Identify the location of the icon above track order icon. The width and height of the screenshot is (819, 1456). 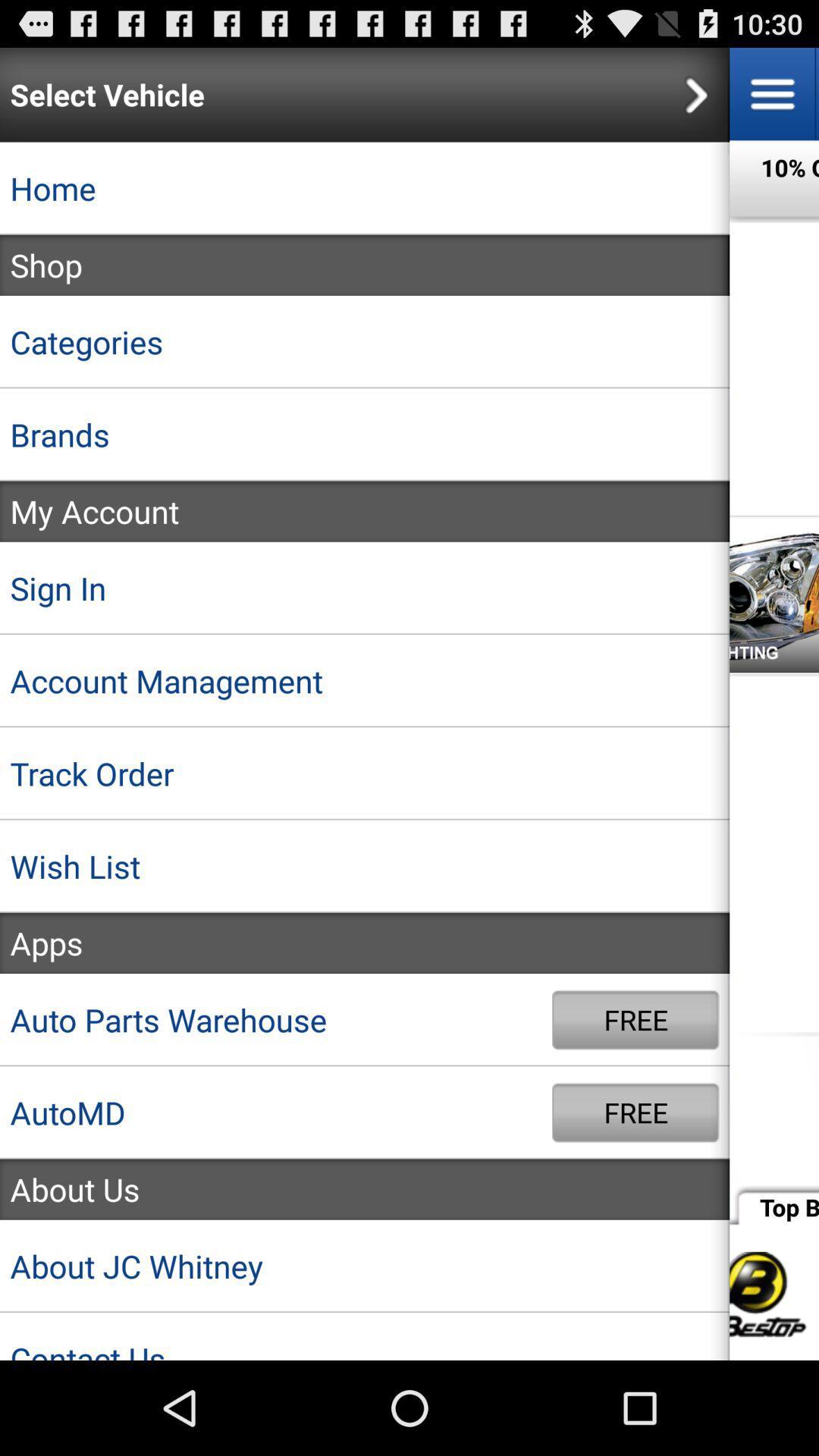
(365, 680).